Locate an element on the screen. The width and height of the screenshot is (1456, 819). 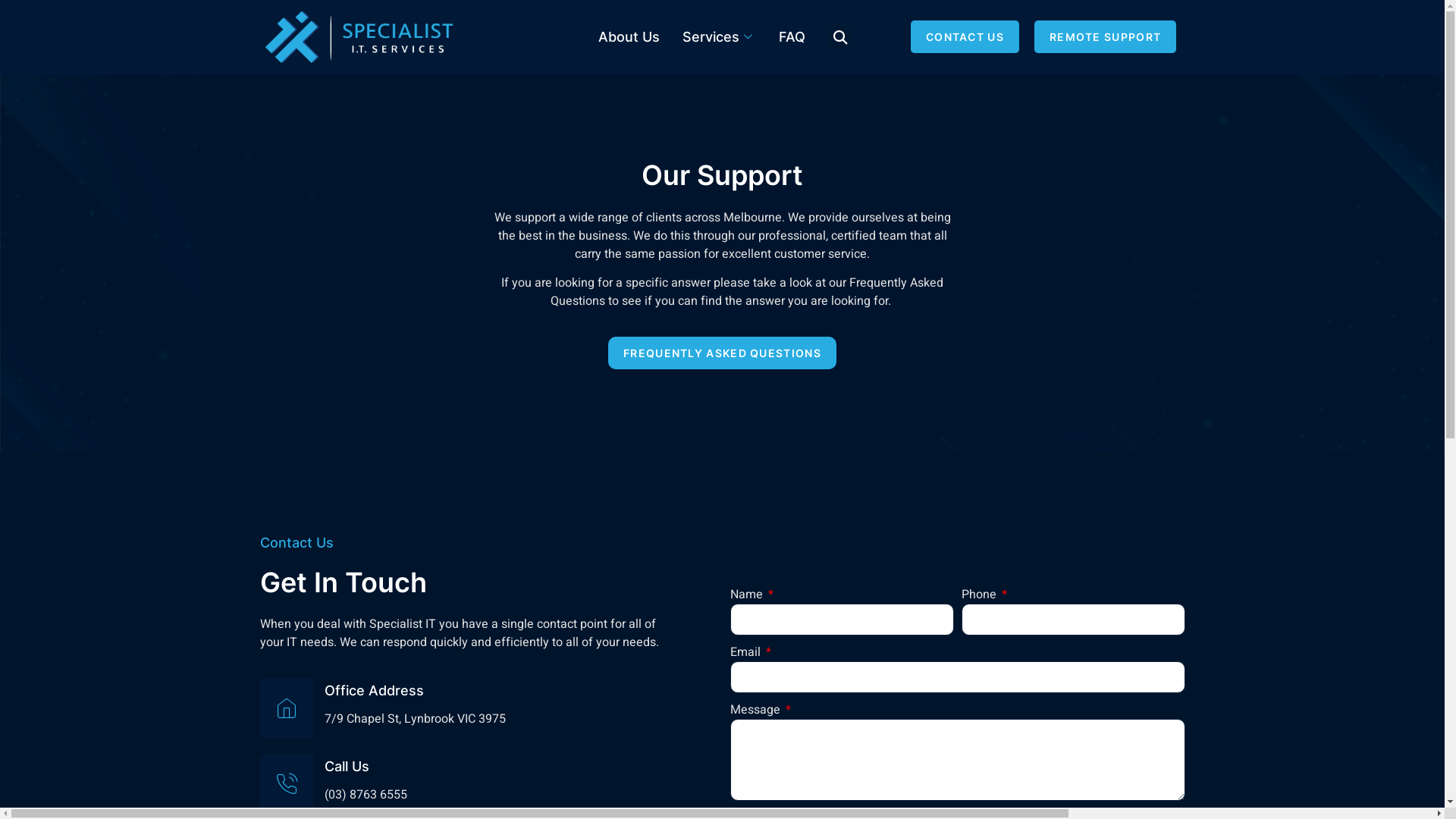
'REMOTE SUPPORT' is located at coordinates (1105, 36).